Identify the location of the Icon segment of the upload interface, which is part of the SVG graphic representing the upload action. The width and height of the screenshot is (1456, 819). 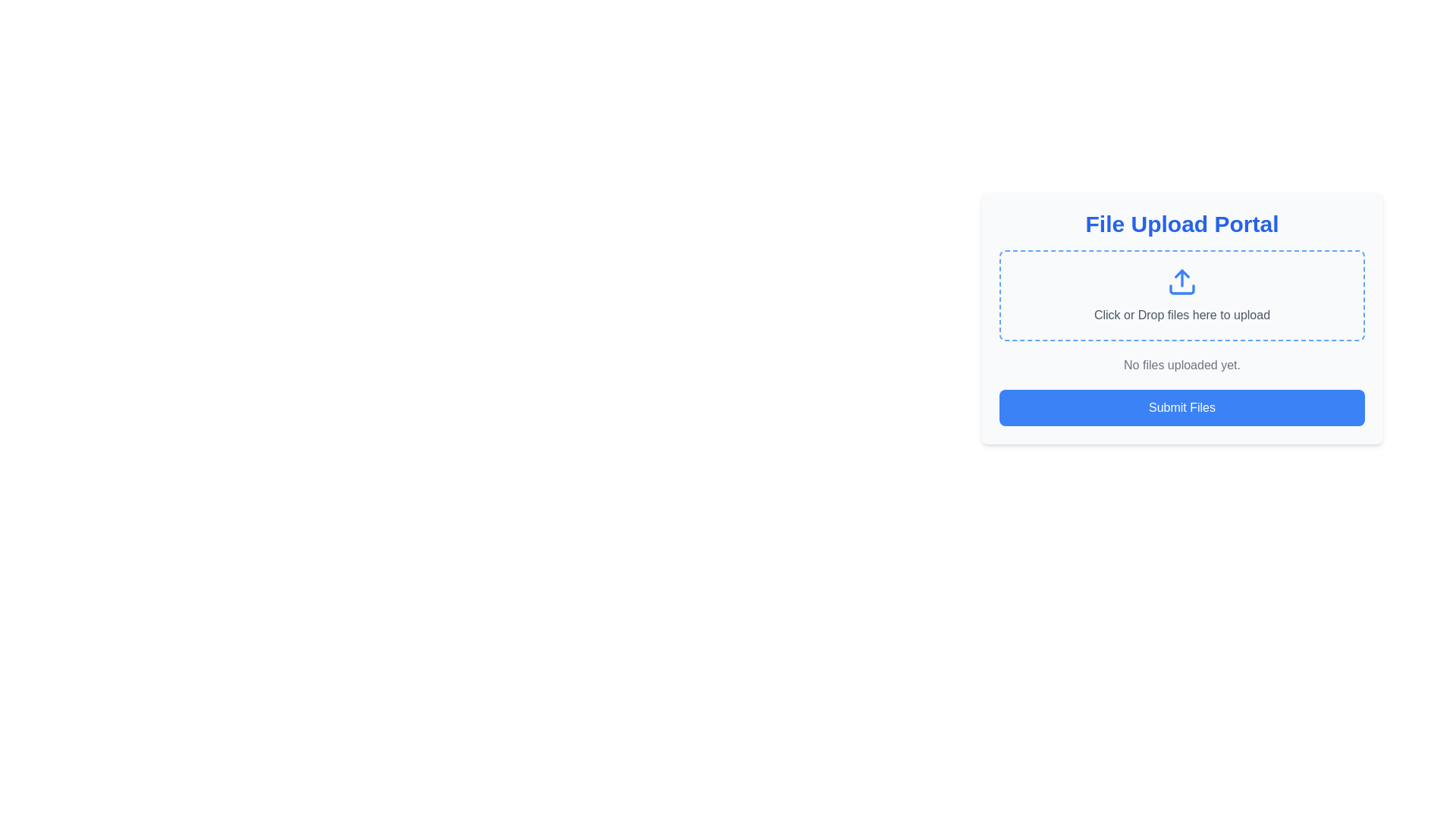
(1181, 289).